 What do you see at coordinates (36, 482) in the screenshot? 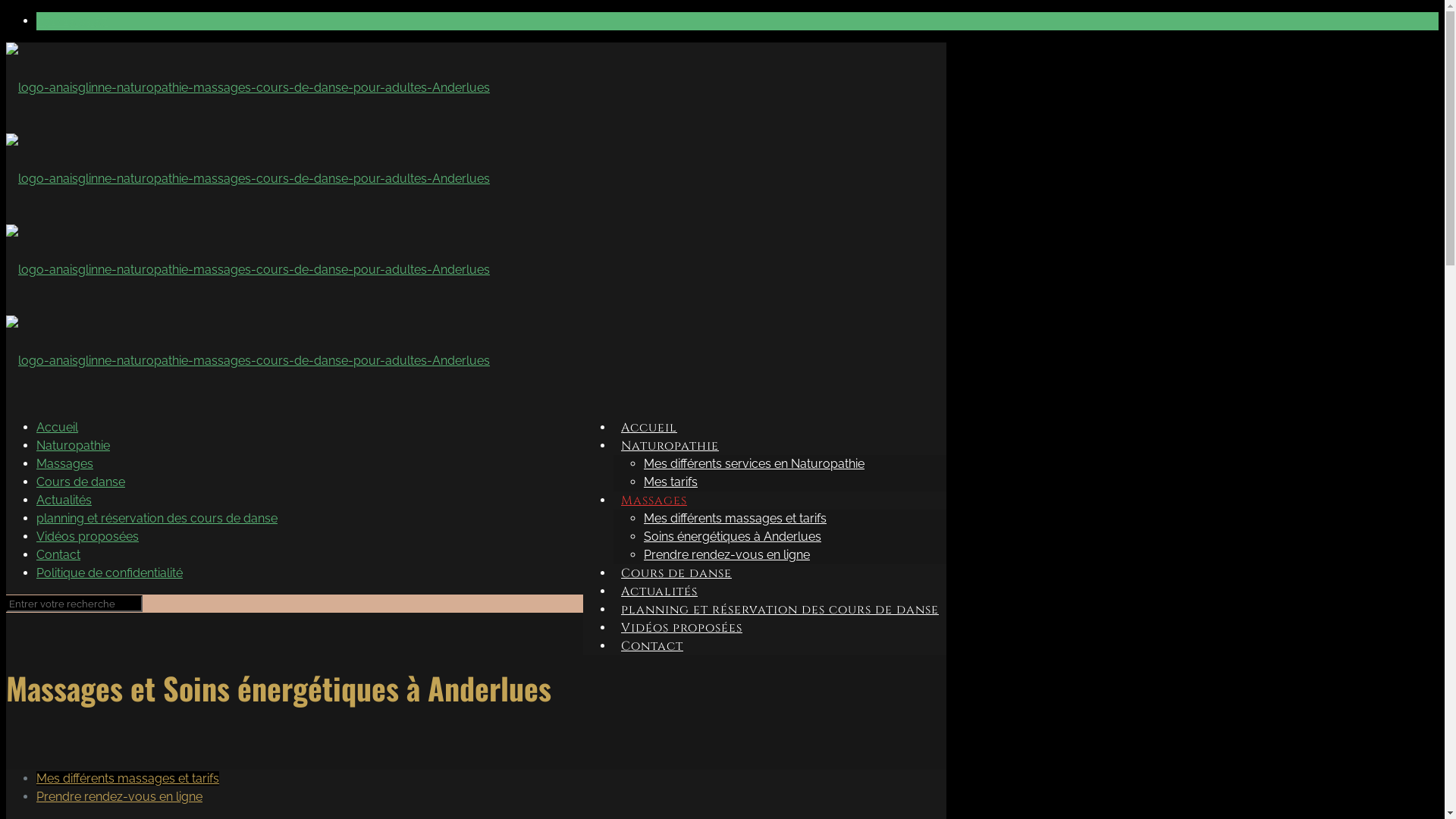
I see `'Cours de danse'` at bounding box center [36, 482].